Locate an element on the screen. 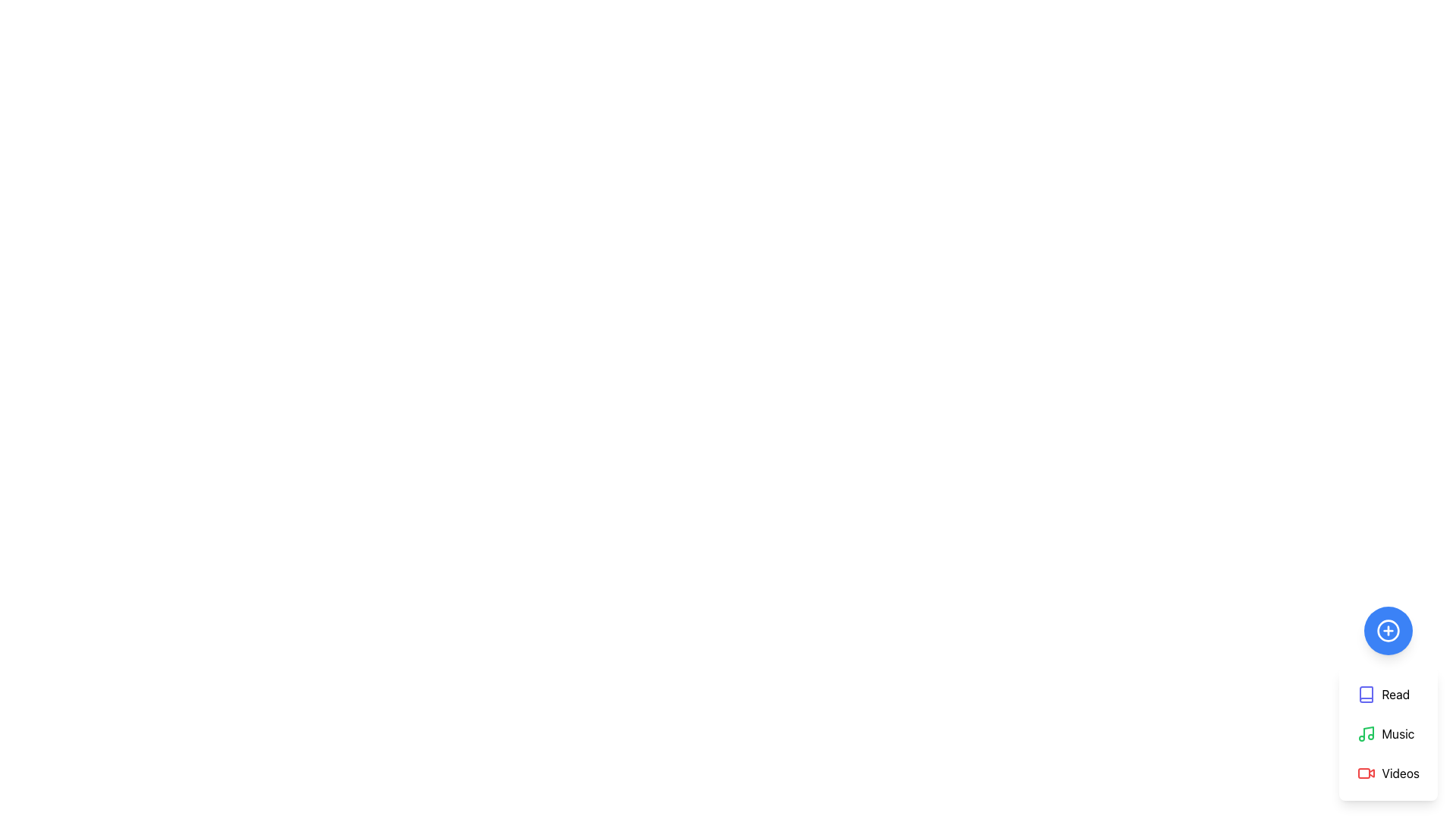 The height and width of the screenshot is (819, 1456). the 'Music' menu item icon, which is located to the left of the menu text 'Music', the second item in a vertical list between 'Read' and 'Videos' is located at coordinates (1367, 733).